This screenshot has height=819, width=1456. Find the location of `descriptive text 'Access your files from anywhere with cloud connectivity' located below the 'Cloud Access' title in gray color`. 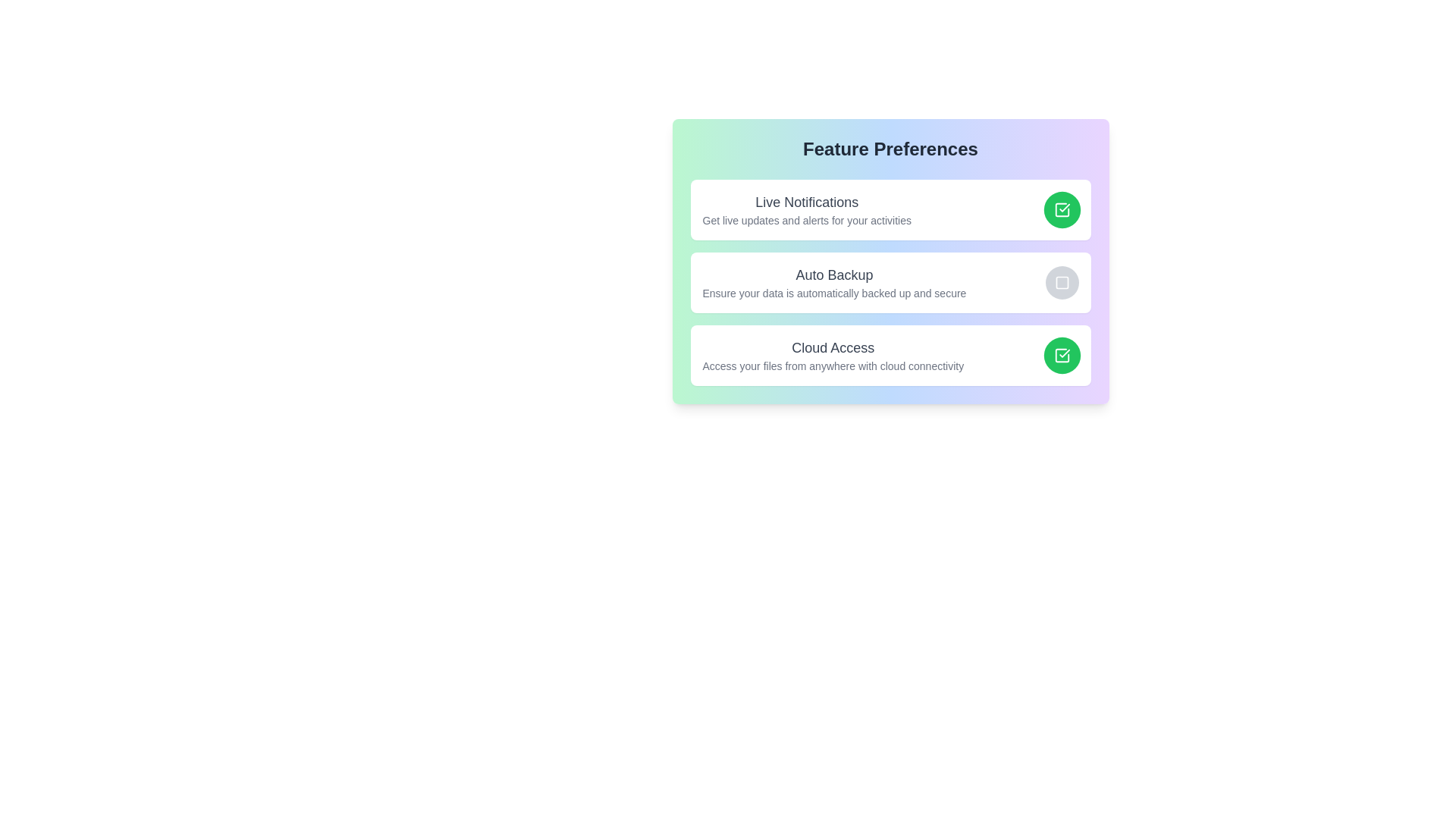

descriptive text 'Access your files from anywhere with cloud connectivity' located below the 'Cloud Access' title in gray color is located at coordinates (832, 366).